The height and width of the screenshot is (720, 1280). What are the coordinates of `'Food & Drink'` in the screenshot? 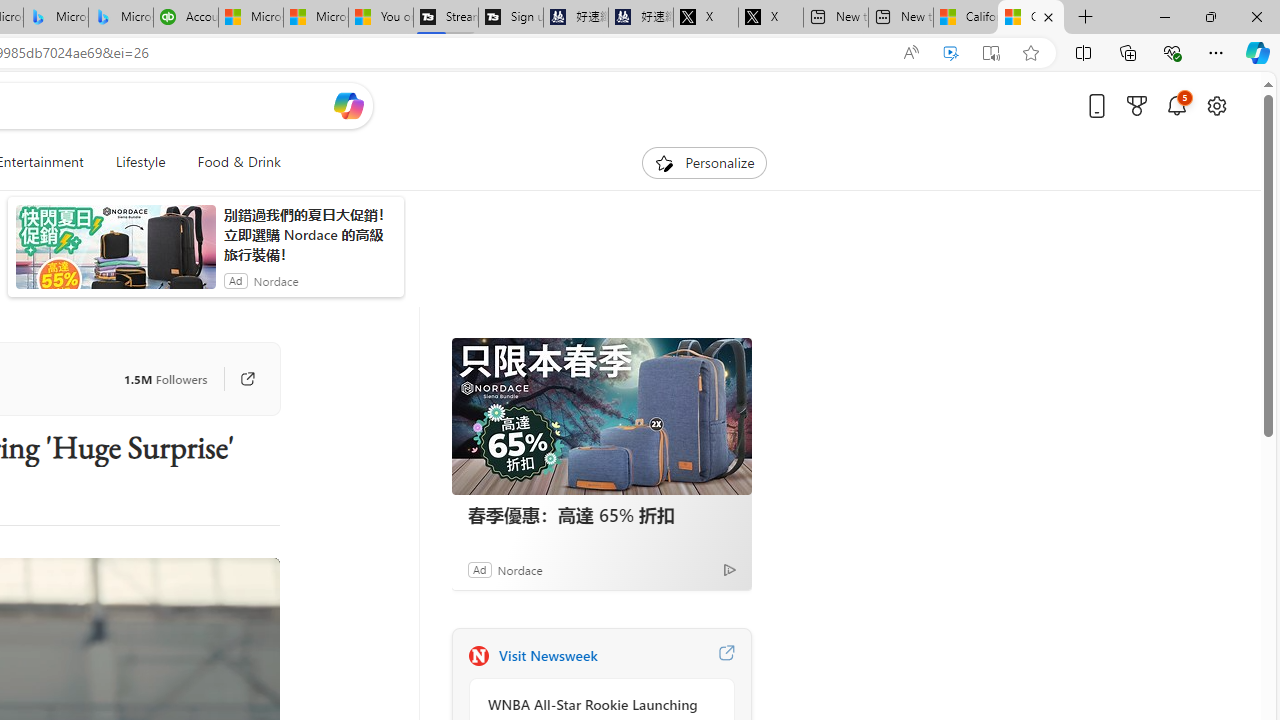 It's located at (239, 162).